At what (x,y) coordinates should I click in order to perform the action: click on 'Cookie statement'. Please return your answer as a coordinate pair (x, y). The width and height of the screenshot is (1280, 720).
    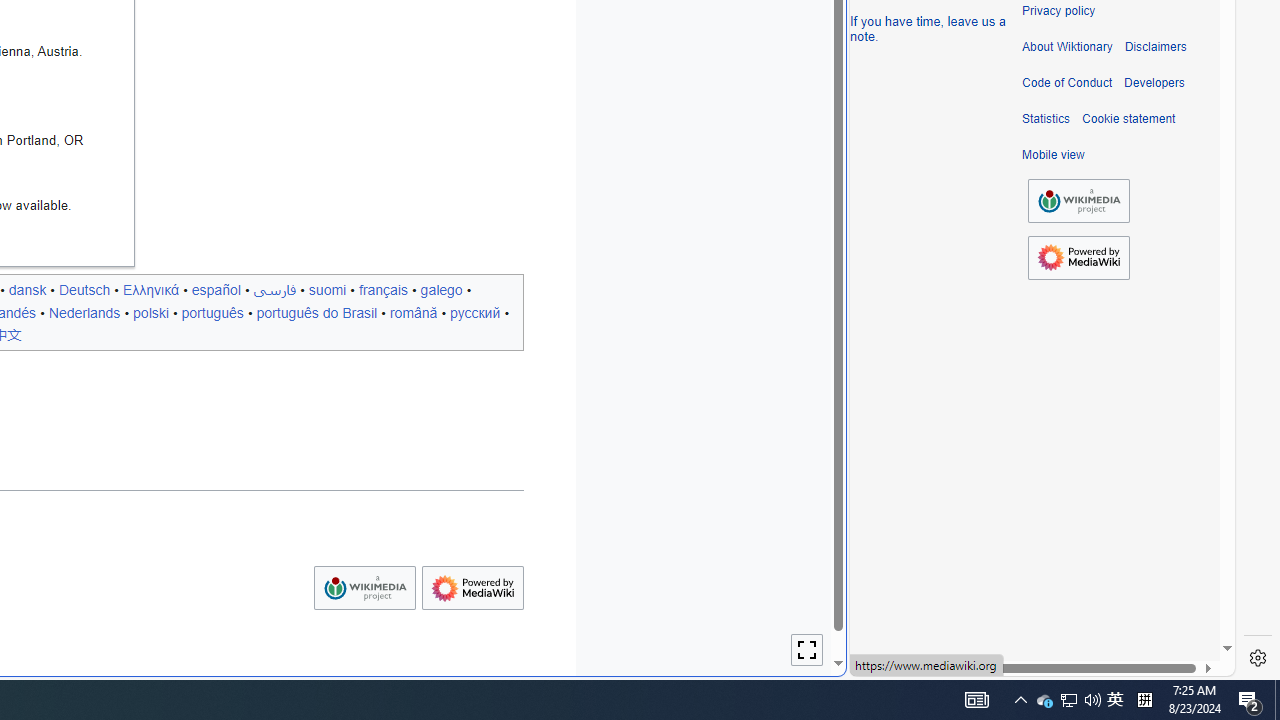
    Looking at the image, I should click on (1128, 119).